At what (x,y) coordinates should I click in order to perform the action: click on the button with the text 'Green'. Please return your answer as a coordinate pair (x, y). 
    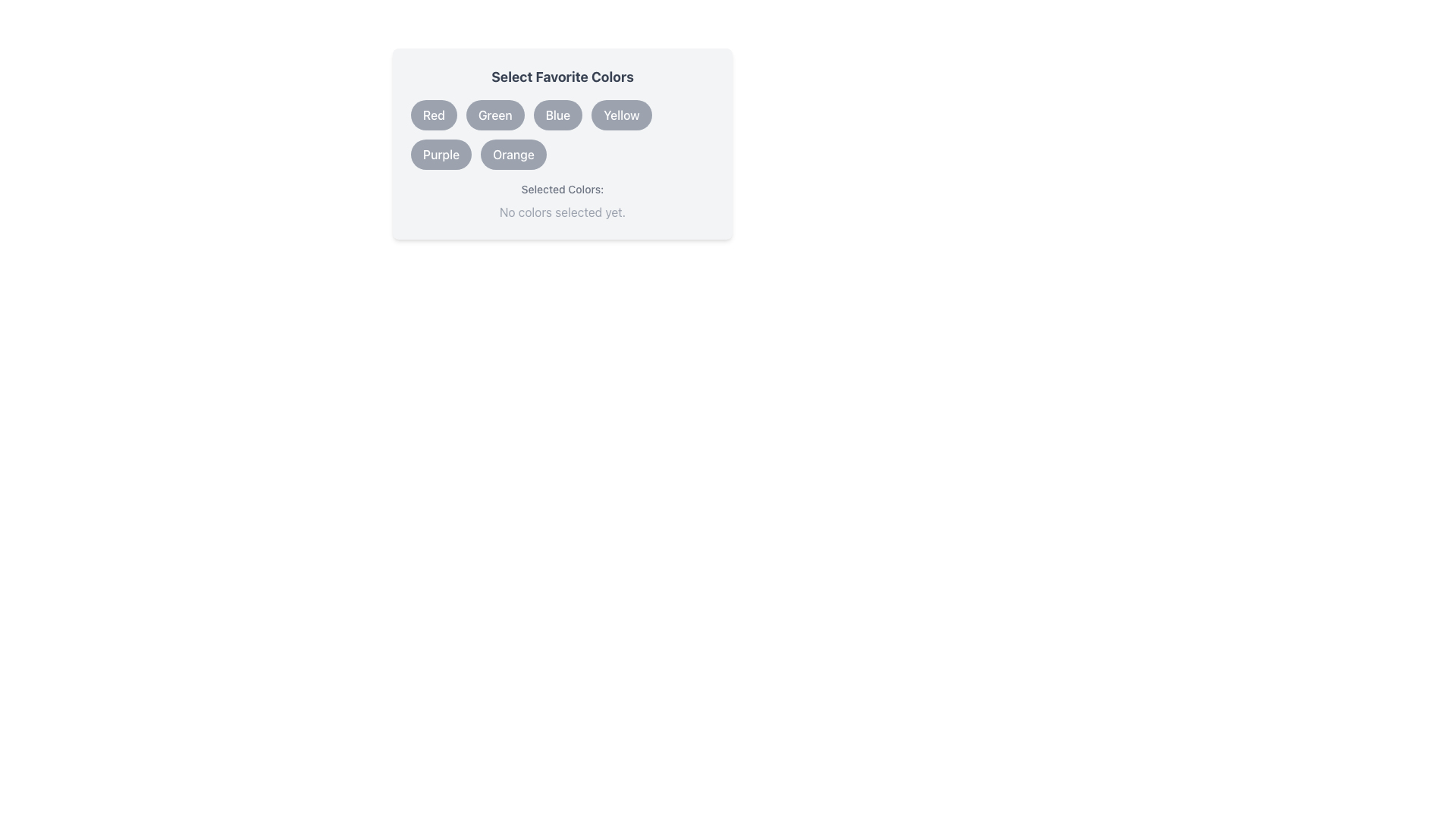
    Looking at the image, I should click on (495, 114).